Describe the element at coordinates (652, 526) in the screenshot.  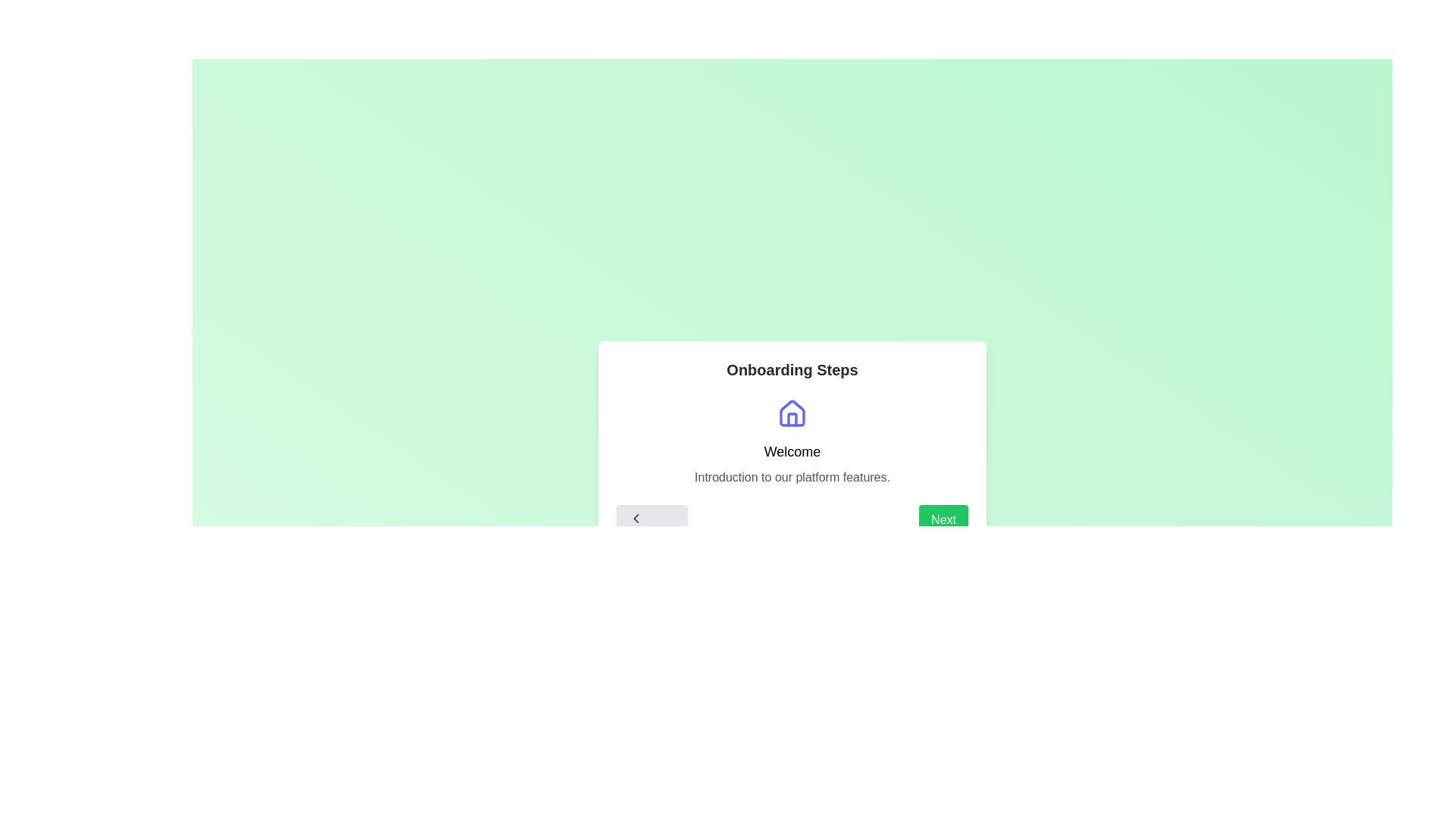
I see `the state of the disabled 'Previous' button located at the bottom left of the central panel, which is the first button in a pair of navigation buttons` at that location.